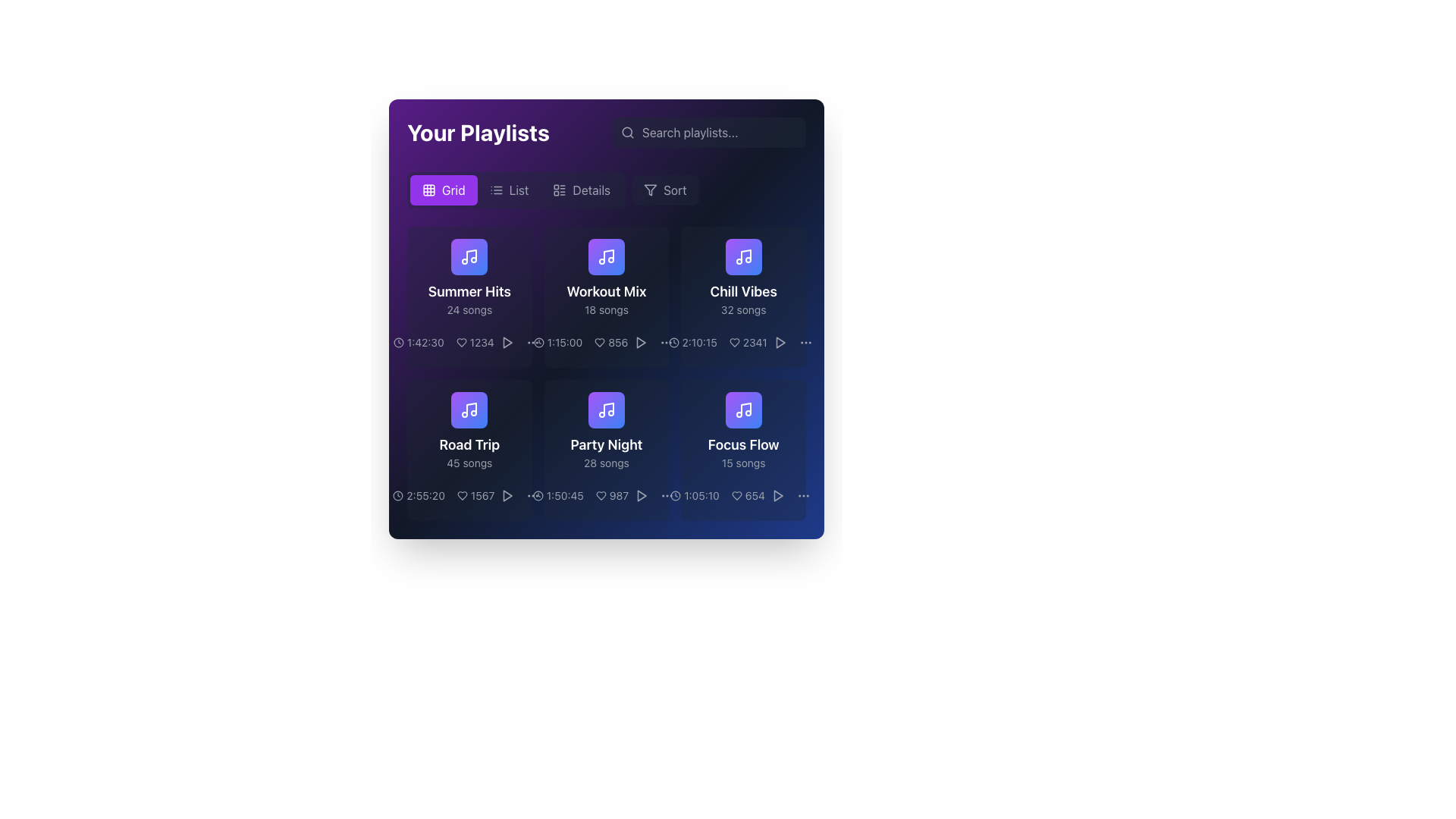 Image resolution: width=1456 pixels, height=819 pixels. What do you see at coordinates (641, 342) in the screenshot?
I see `the triangular play icon representing the 'Workout Mix' playlist located below the 'Workout Mix' card in the playlist grid to play the playlist` at bounding box center [641, 342].